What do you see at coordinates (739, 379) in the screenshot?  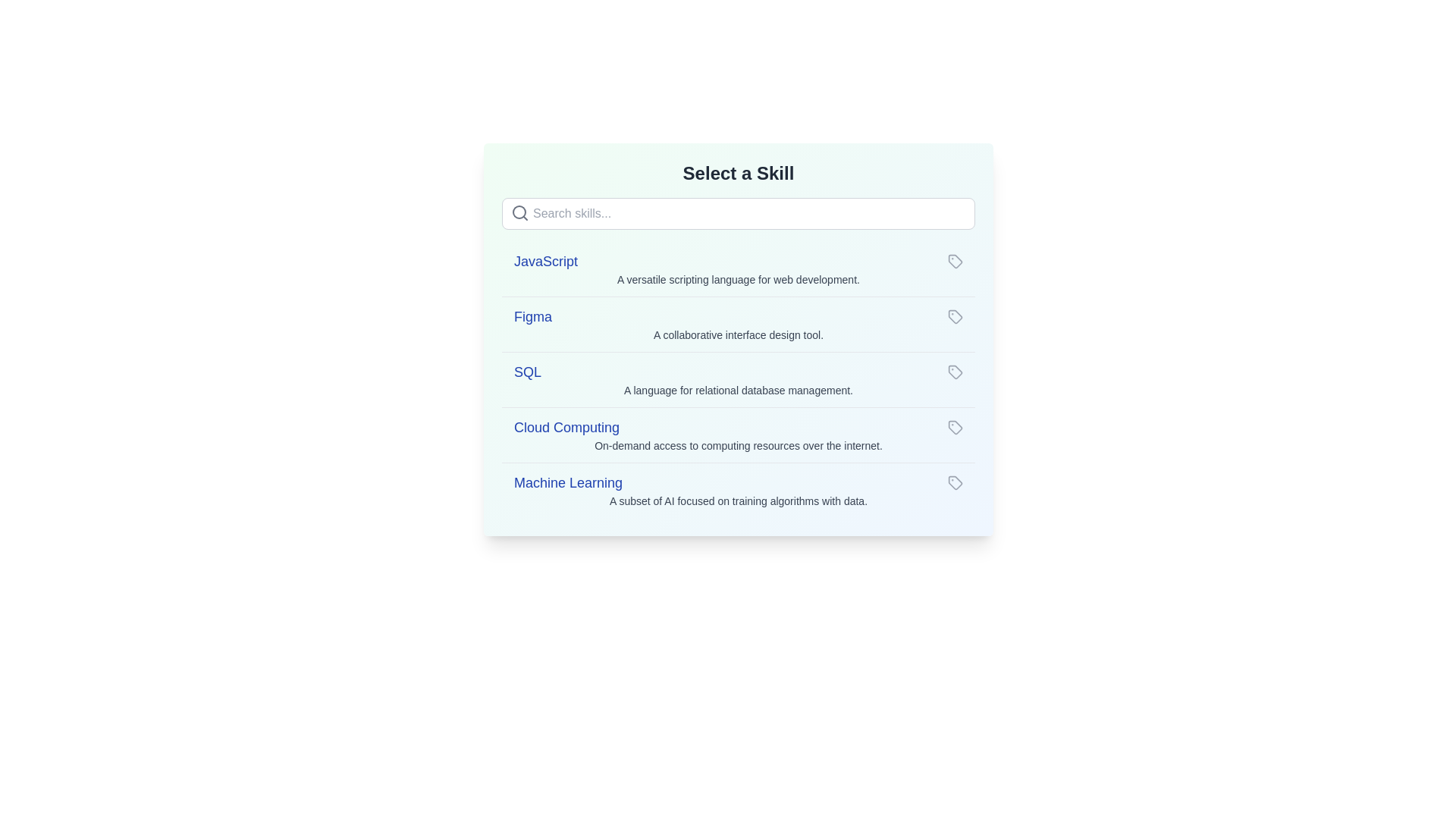 I see `the third selectable list item detailing SQL, which is positioned below the 'Select a Skill' heading` at bounding box center [739, 379].